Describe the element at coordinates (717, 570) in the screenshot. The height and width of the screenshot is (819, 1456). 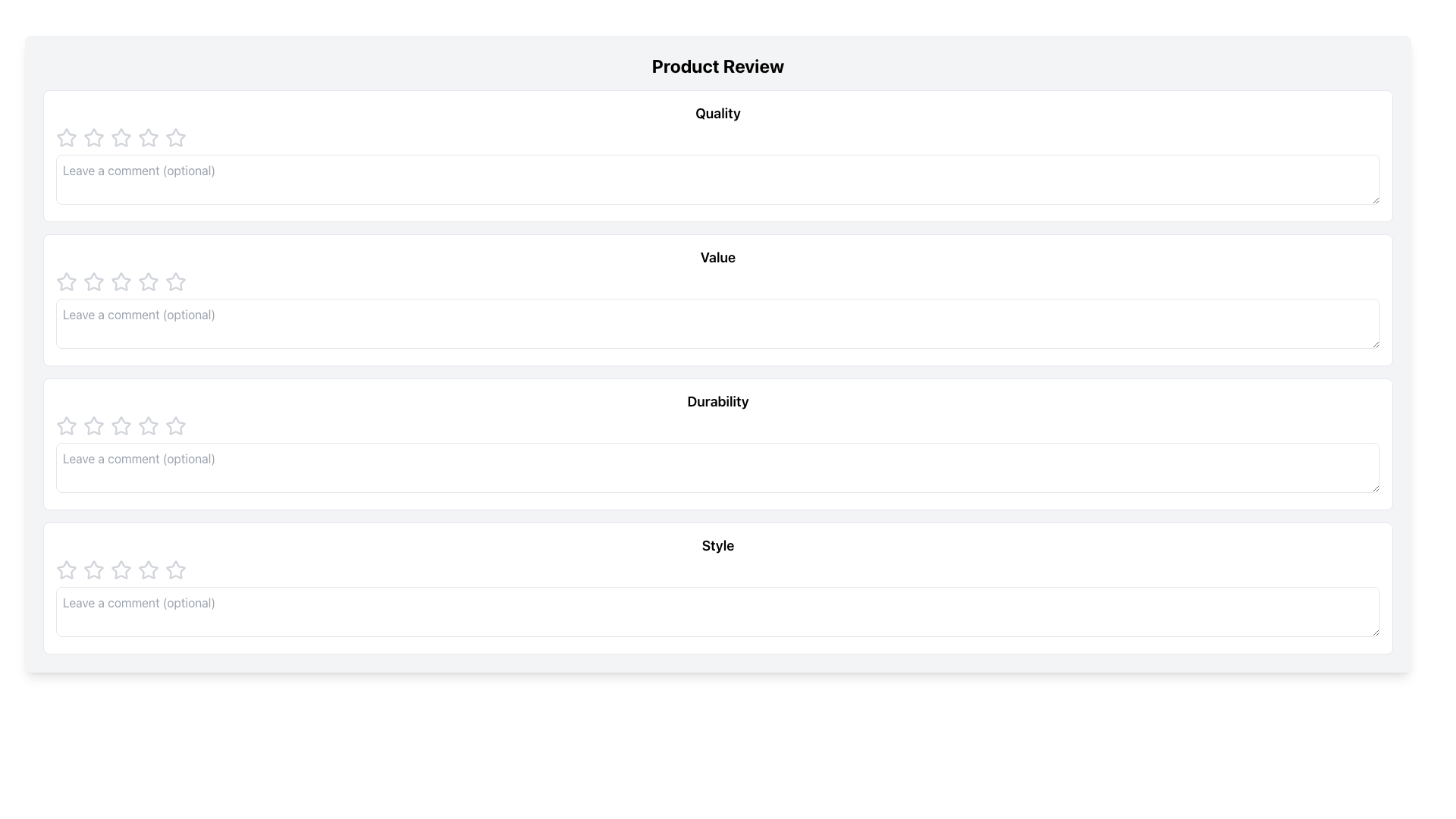
I see `the individual stars in the Rating control located in the 'Style' section of the review form to provide a rating` at that location.